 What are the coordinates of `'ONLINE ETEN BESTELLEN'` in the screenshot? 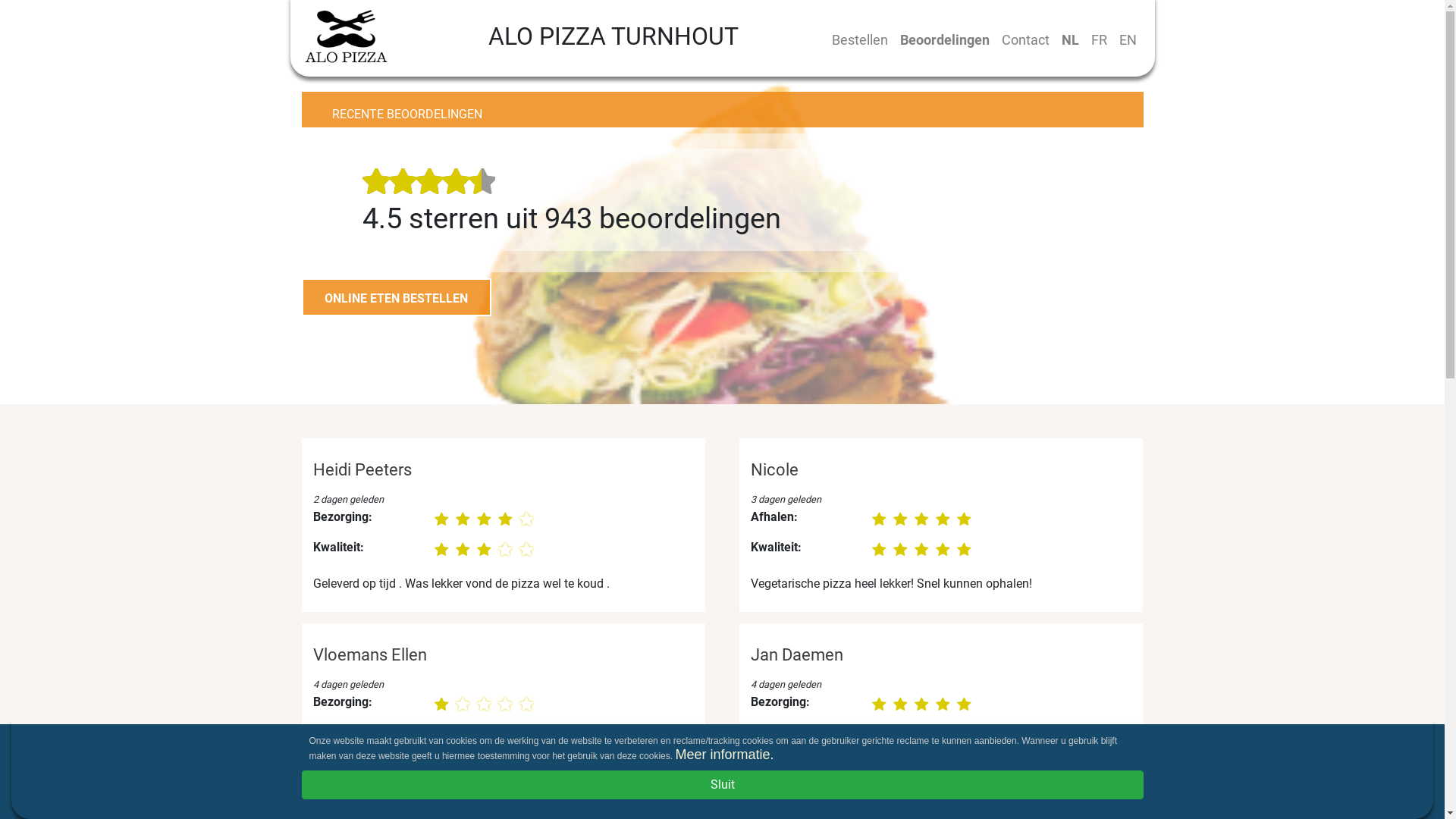 It's located at (397, 297).